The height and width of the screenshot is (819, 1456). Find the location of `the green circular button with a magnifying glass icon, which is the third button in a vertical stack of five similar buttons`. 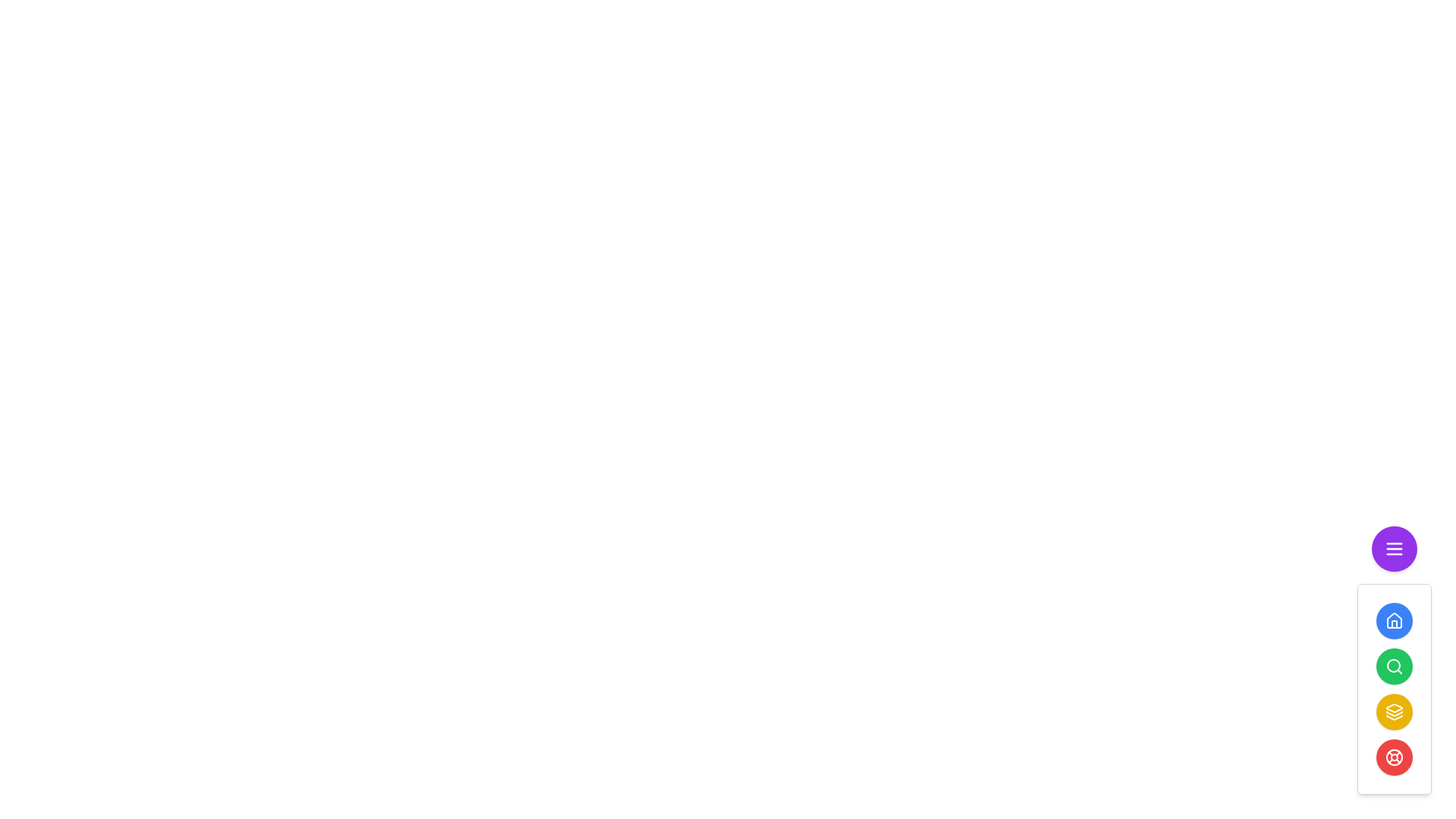

the green circular button with a magnifying glass icon, which is the third button in a vertical stack of five similar buttons is located at coordinates (1394, 660).